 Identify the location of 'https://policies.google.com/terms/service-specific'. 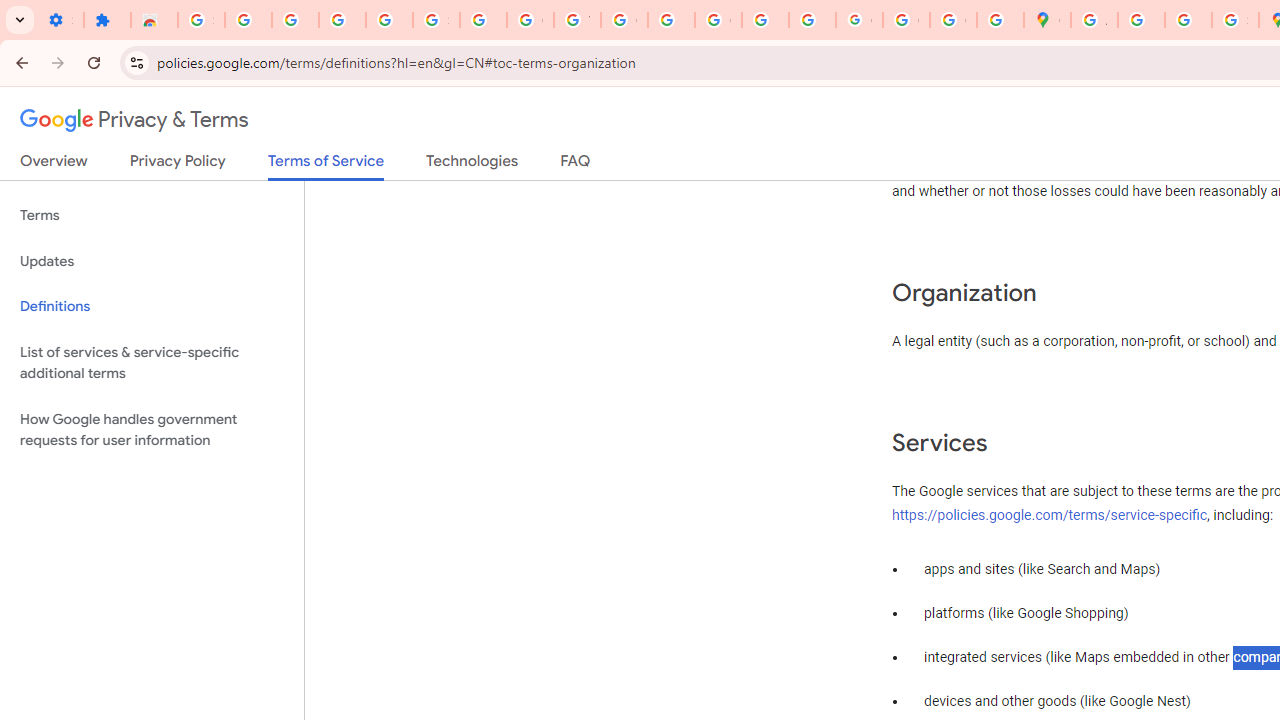
(1049, 514).